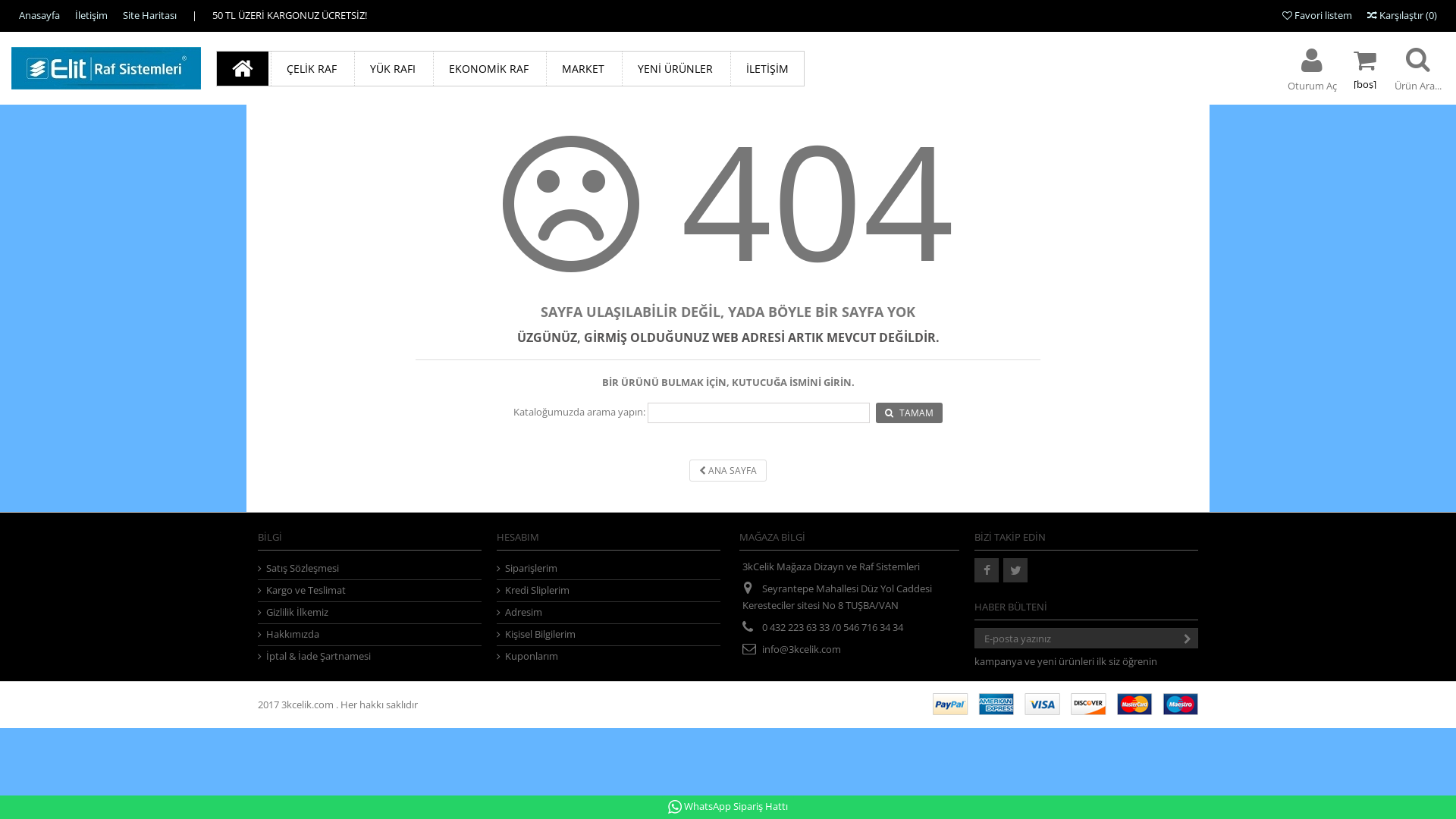  What do you see at coordinates (800, 648) in the screenshot?
I see `'info@3kcelik.com'` at bounding box center [800, 648].